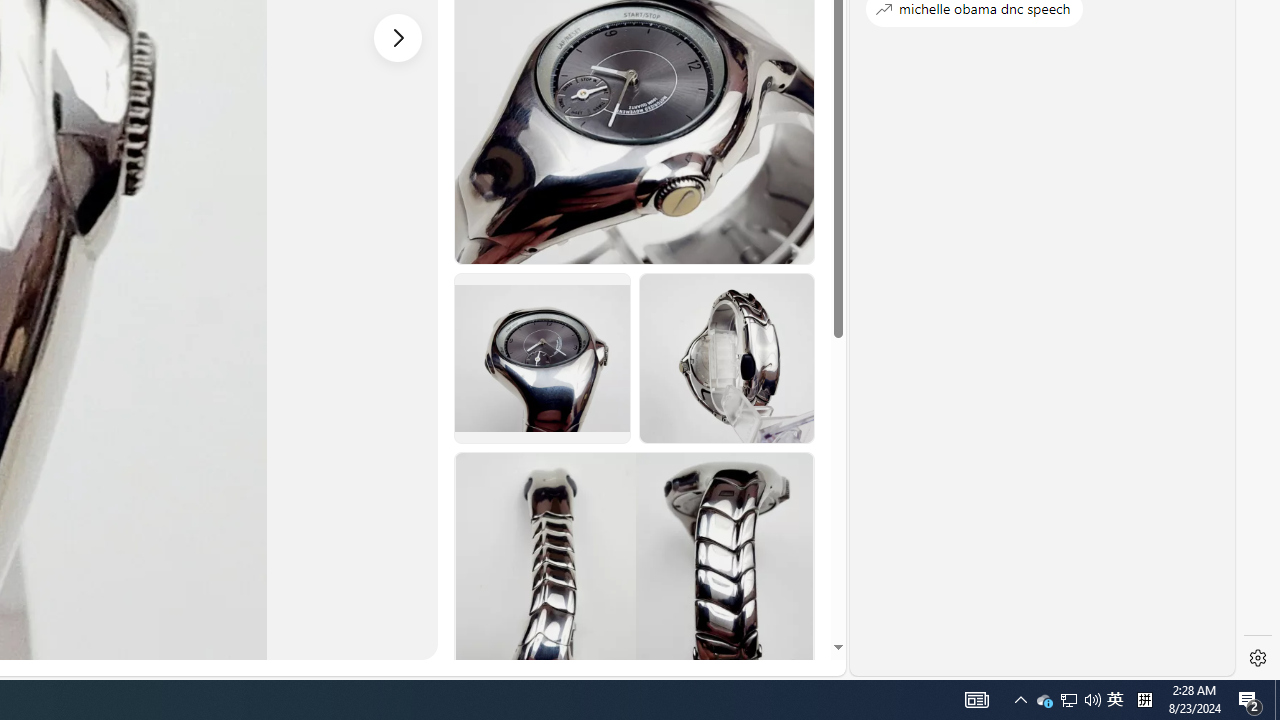  Describe the element at coordinates (398, 37) in the screenshot. I see `'Next image - Item images thumbnails'` at that location.